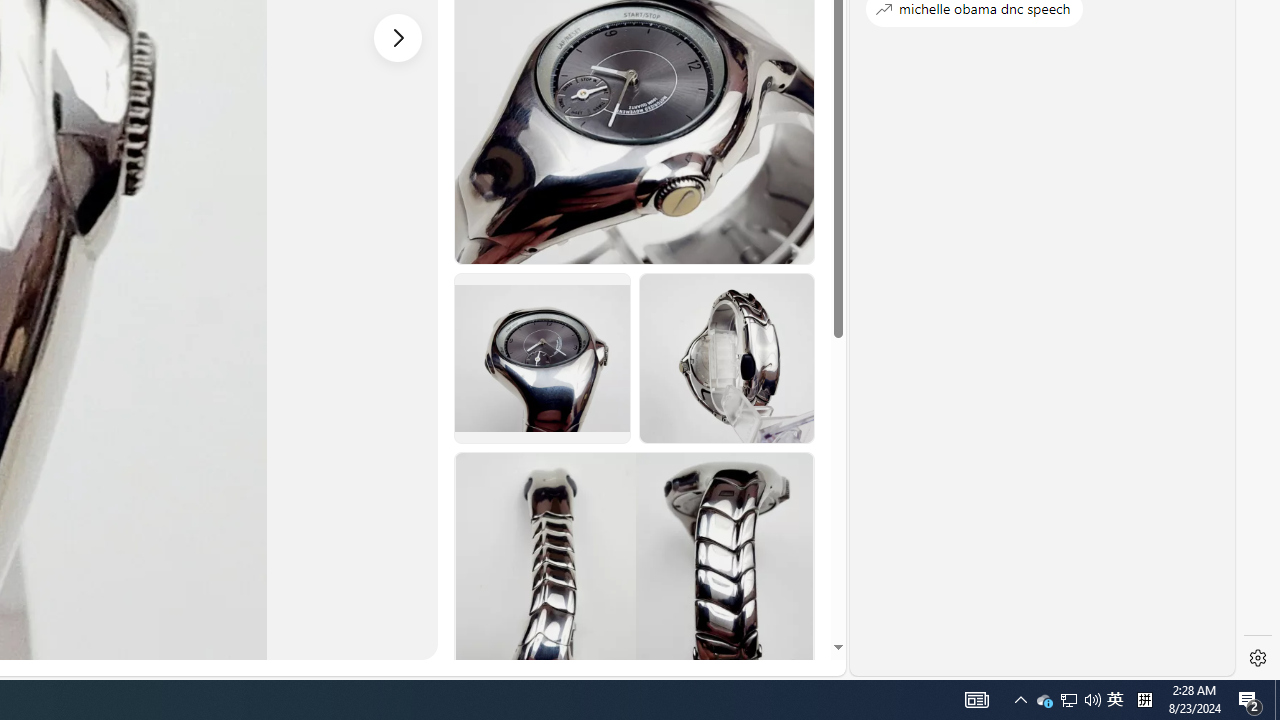  Describe the element at coordinates (398, 37) in the screenshot. I see `'Next image - Item images thumbnails'` at that location.